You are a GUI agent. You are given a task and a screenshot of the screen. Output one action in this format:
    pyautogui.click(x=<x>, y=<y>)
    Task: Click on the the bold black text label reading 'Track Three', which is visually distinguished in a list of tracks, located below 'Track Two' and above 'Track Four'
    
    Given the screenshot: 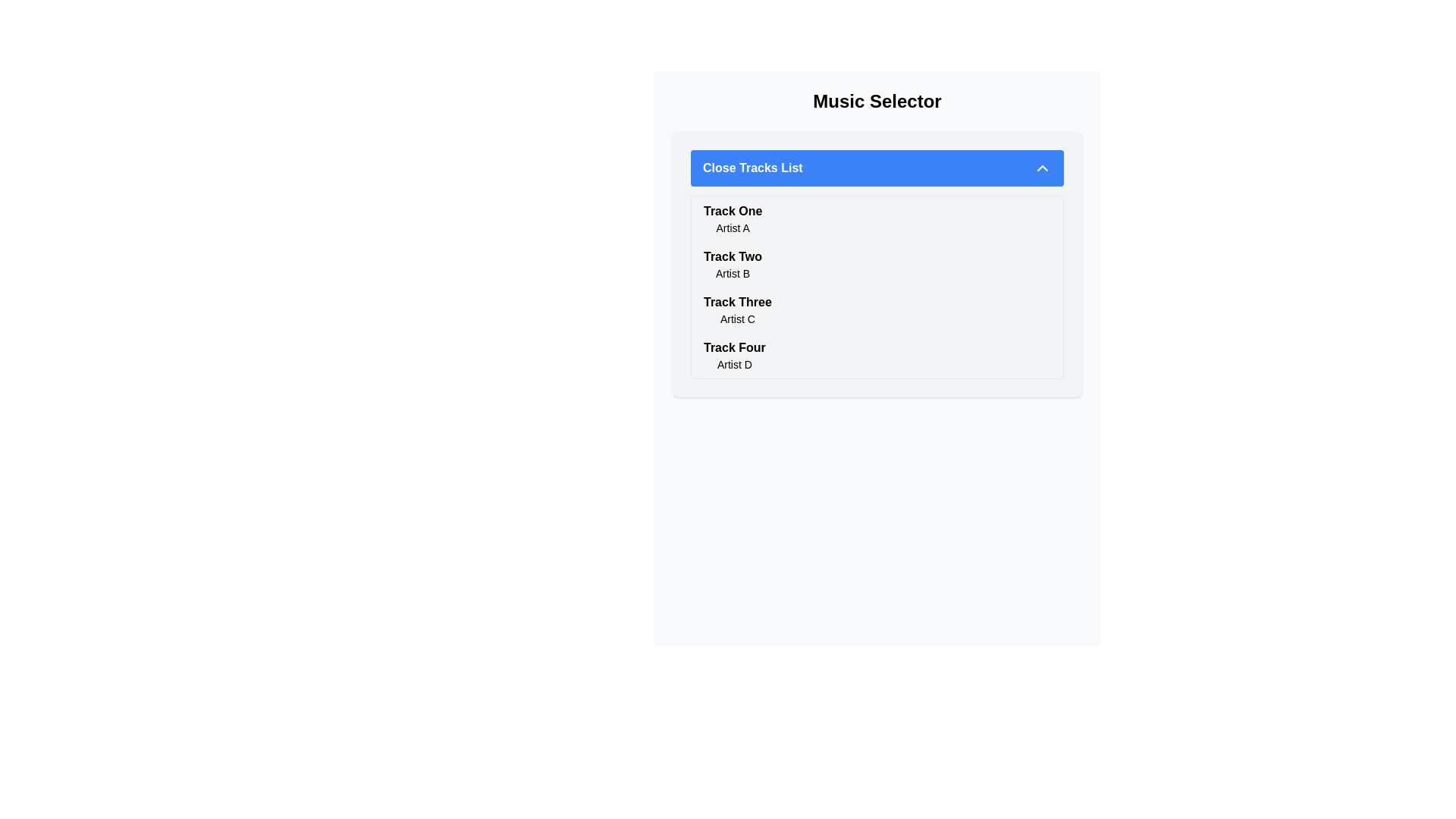 What is the action you would take?
    pyautogui.click(x=737, y=302)
    